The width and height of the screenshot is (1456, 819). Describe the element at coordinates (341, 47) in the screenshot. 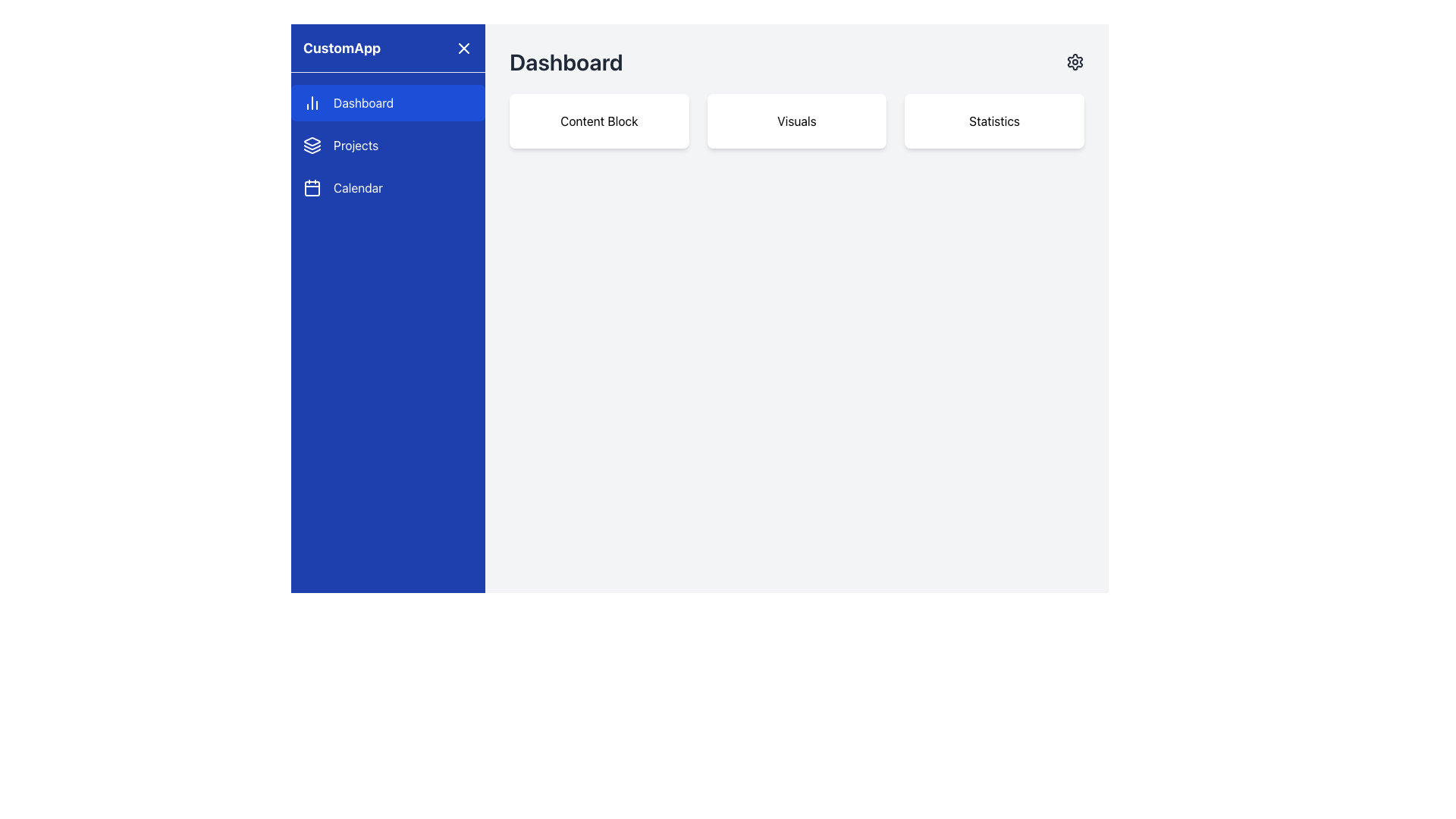

I see `the static text label representing the application name located at the top-left corner of the interface within the horizontal header bar` at that location.